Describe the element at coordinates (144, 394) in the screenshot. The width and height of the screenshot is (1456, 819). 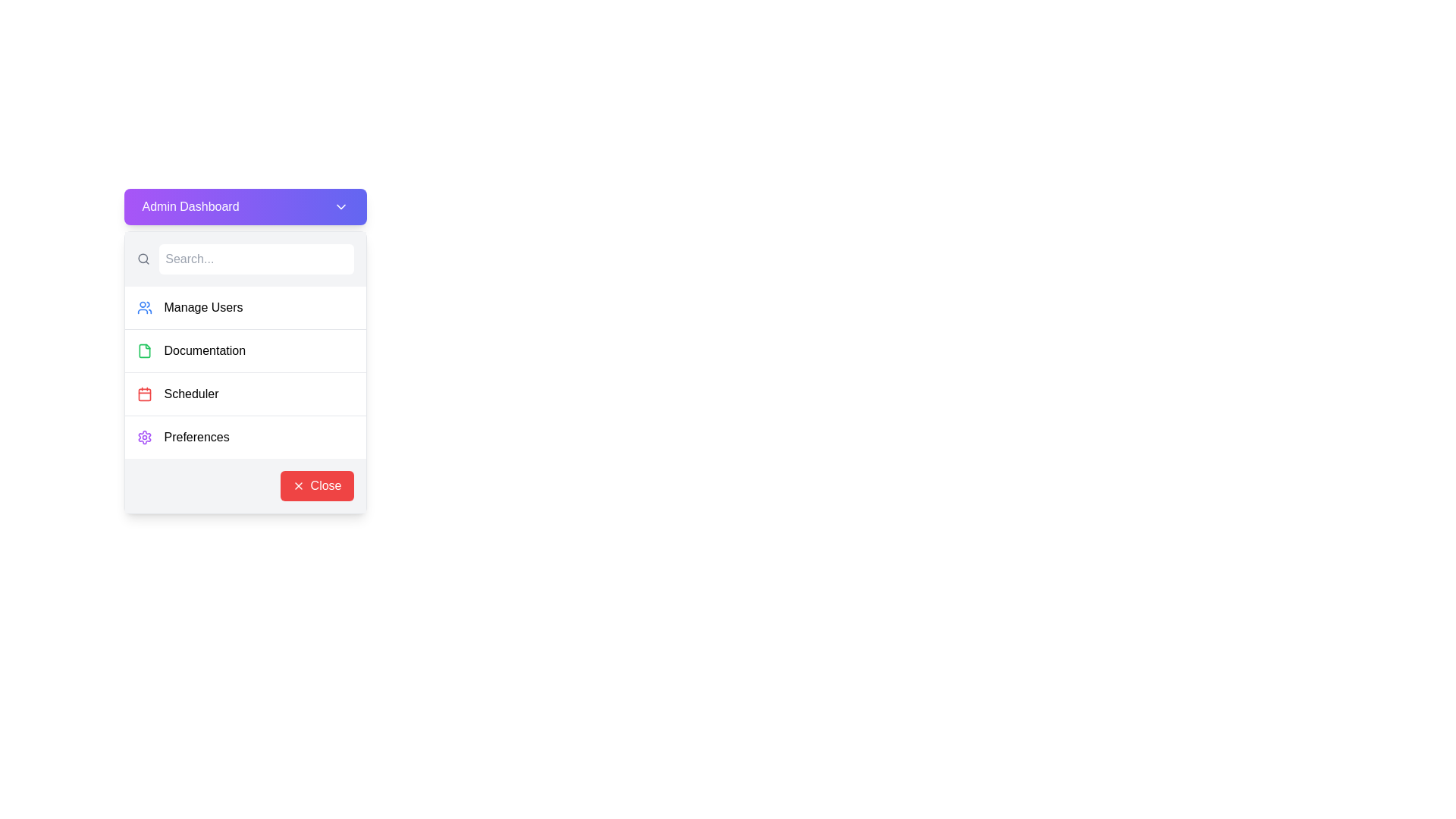
I see `the calendar icon in the vertical menu list` at that location.